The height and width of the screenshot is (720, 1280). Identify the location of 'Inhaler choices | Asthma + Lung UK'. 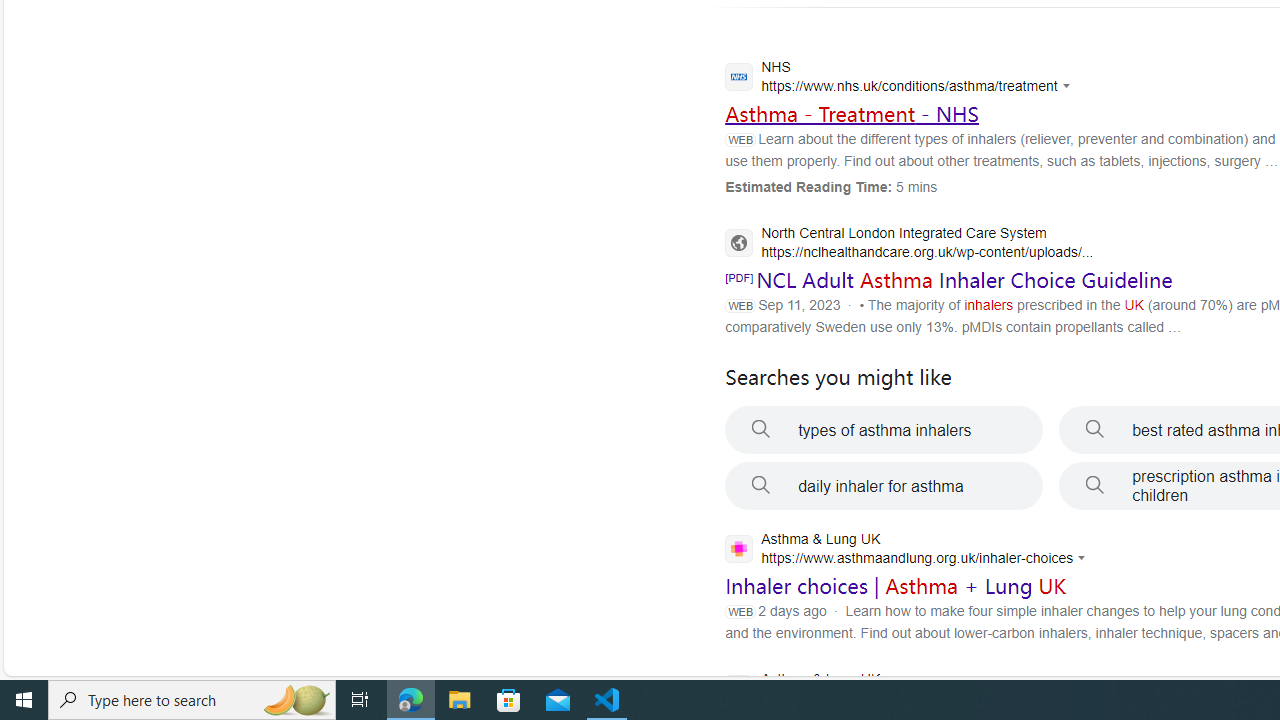
(895, 585).